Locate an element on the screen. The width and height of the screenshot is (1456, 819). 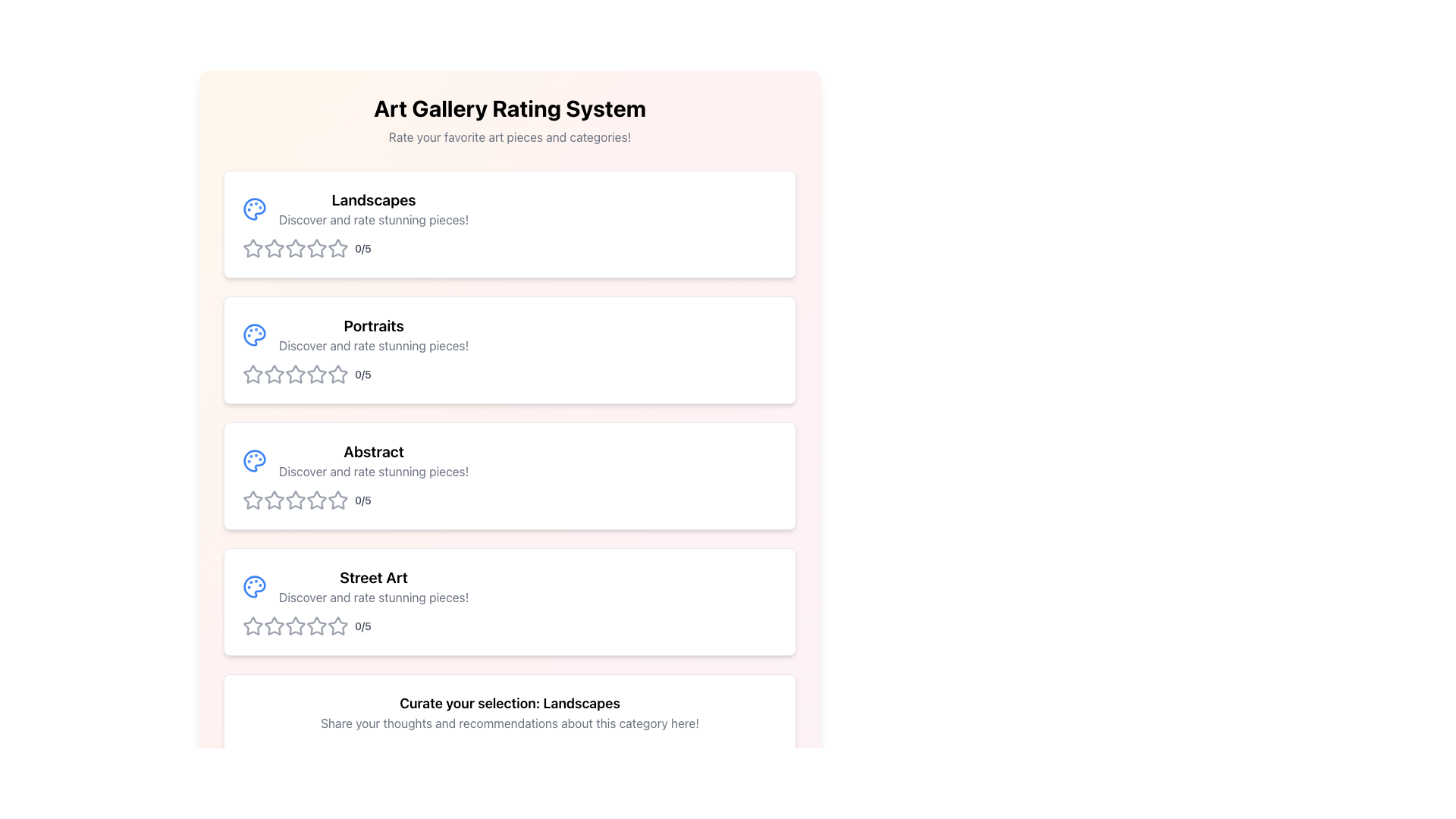
the first star icon in the rating system for the 'Street Art' section is located at coordinates (253, 626).